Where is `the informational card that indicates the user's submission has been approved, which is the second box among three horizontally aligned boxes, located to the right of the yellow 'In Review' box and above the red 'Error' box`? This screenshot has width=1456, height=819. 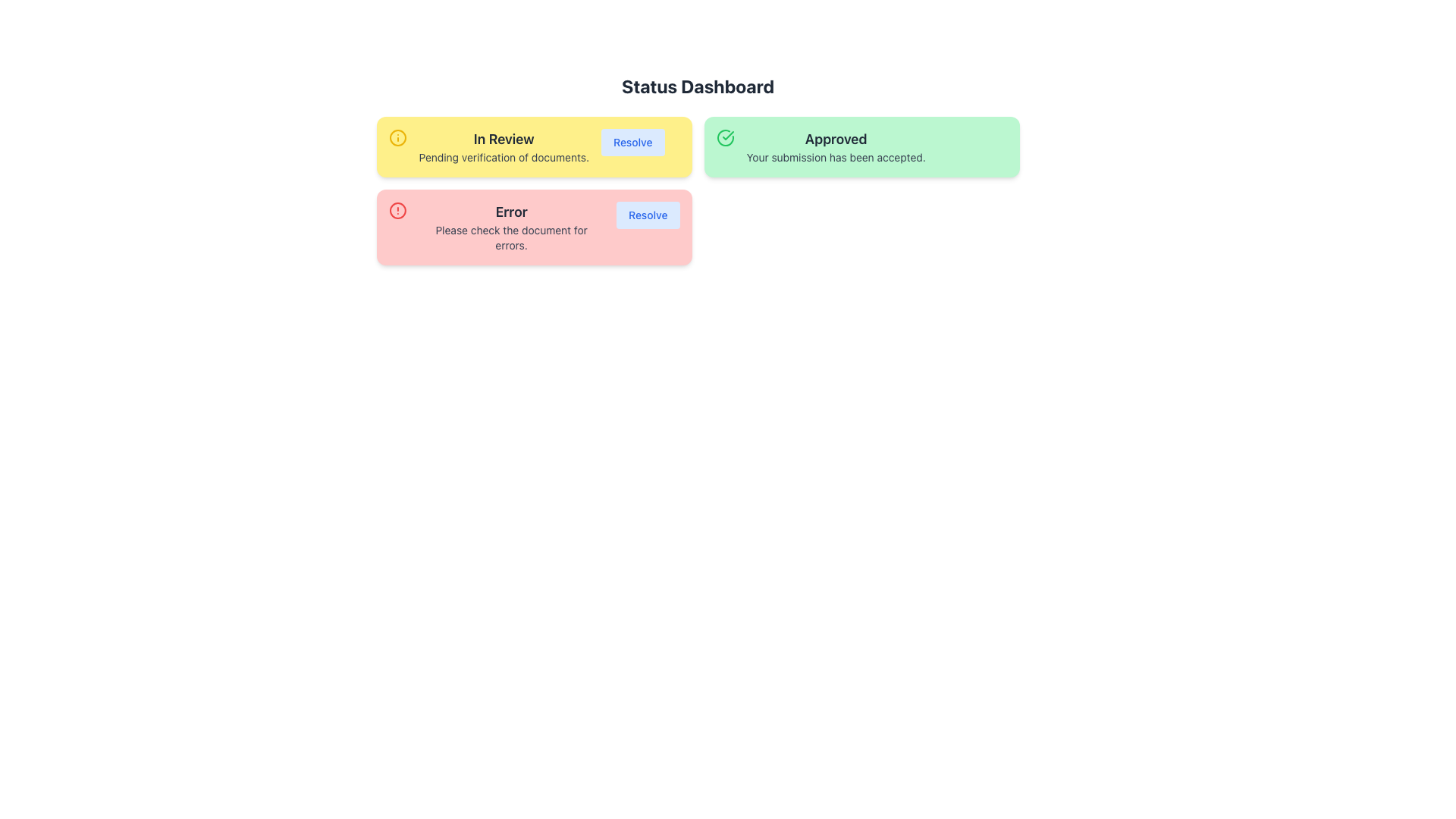
the informational card that indicates the user's submission has been approved, which is the second box among three horizontally aligned boxes, located to the right of the yellow 'In Review' box and above the red 'Error' box is located at coordinates (861, 146).